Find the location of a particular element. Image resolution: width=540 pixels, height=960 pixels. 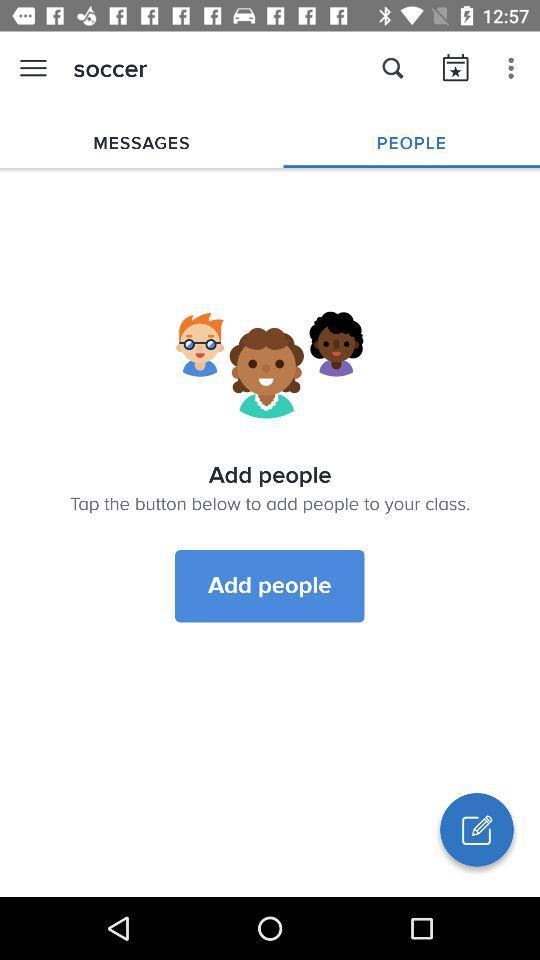

add people is located at coordinates (270, 586).